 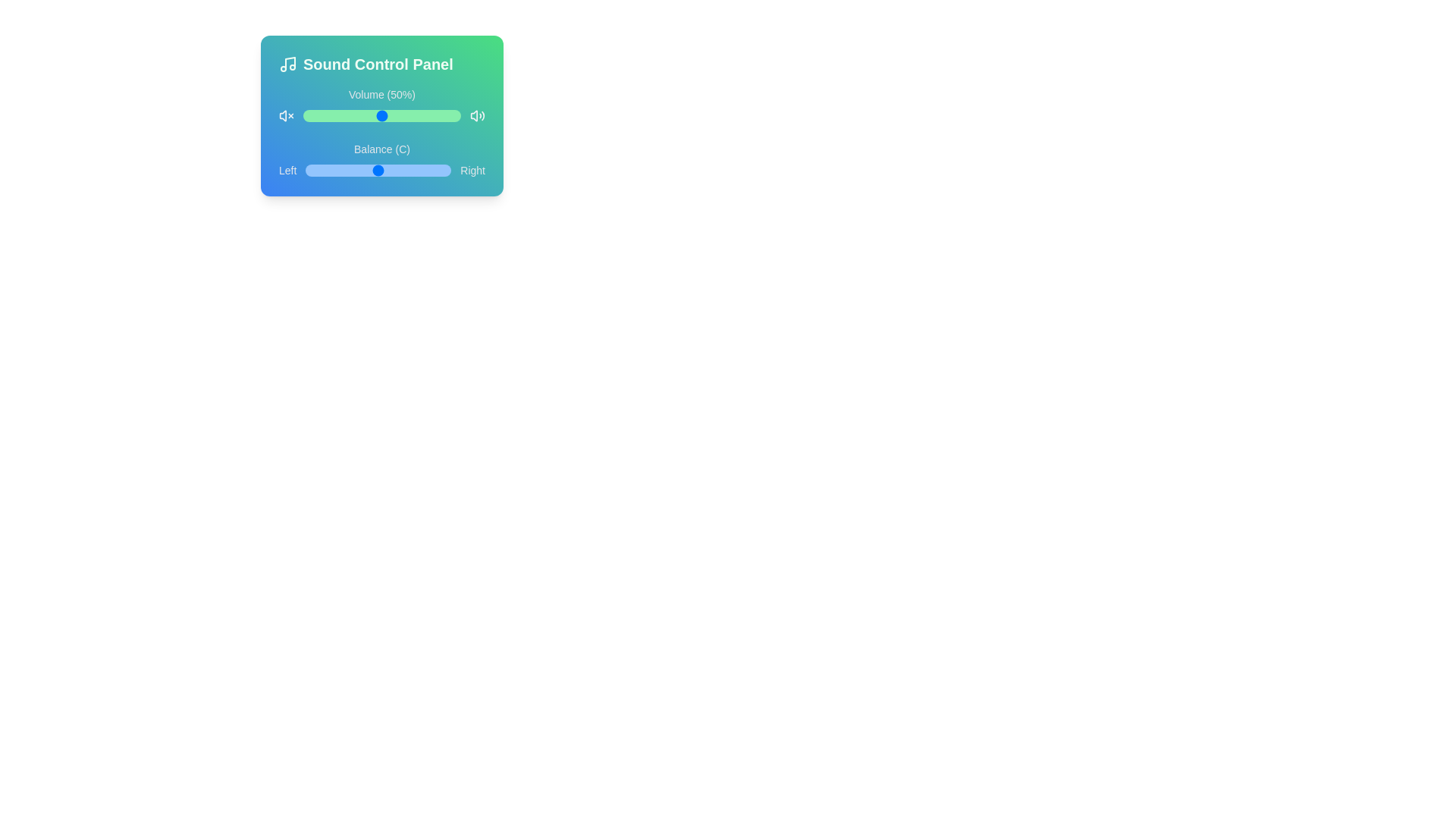 I want to click on the volume level, so click(x=374, y=115).